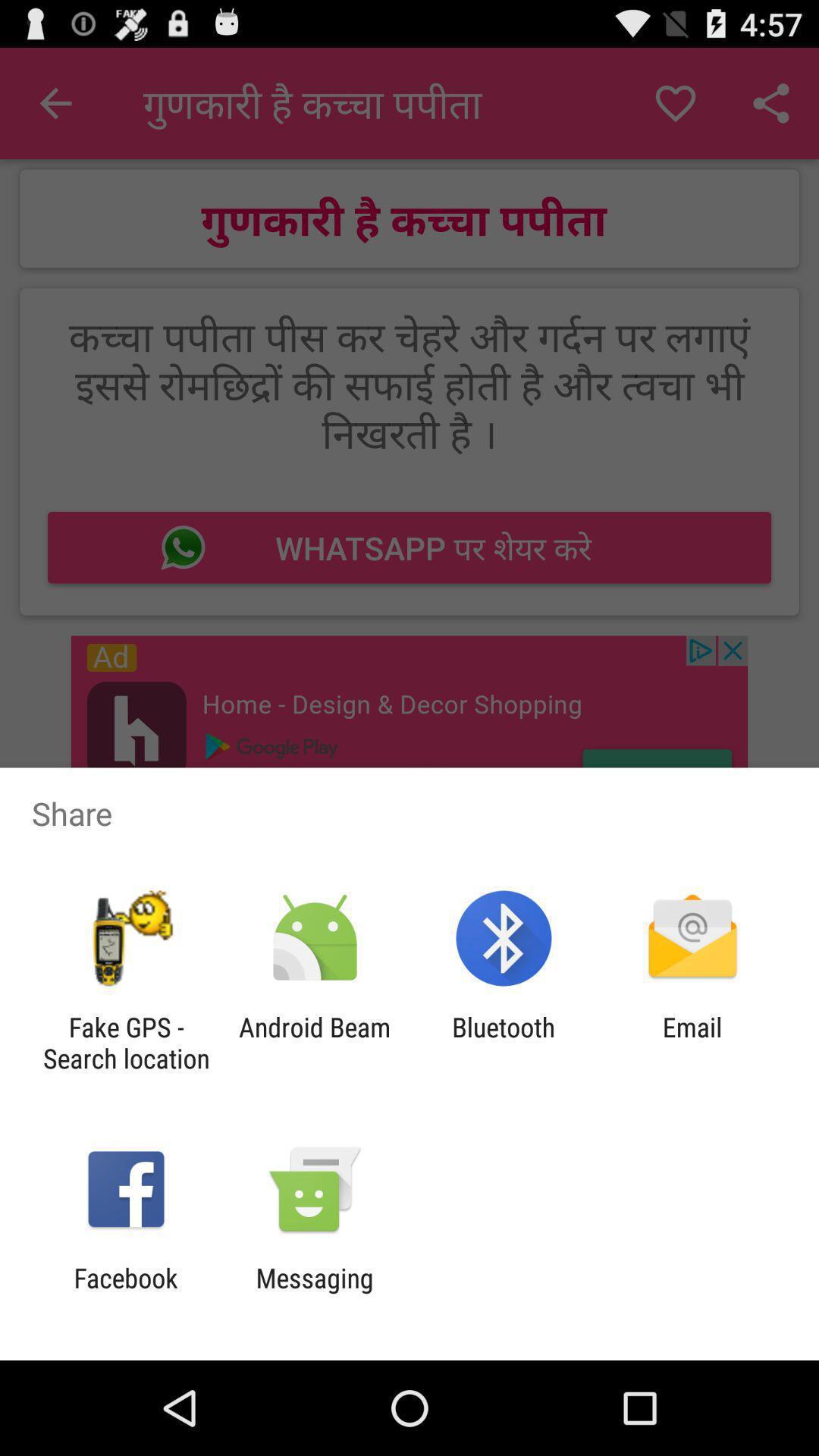 This screenshot has height=1456, width=819. Describe the element at coordinates (314, 1042) in the screenshot. I see `app to the right of fake gps search item` at that location.